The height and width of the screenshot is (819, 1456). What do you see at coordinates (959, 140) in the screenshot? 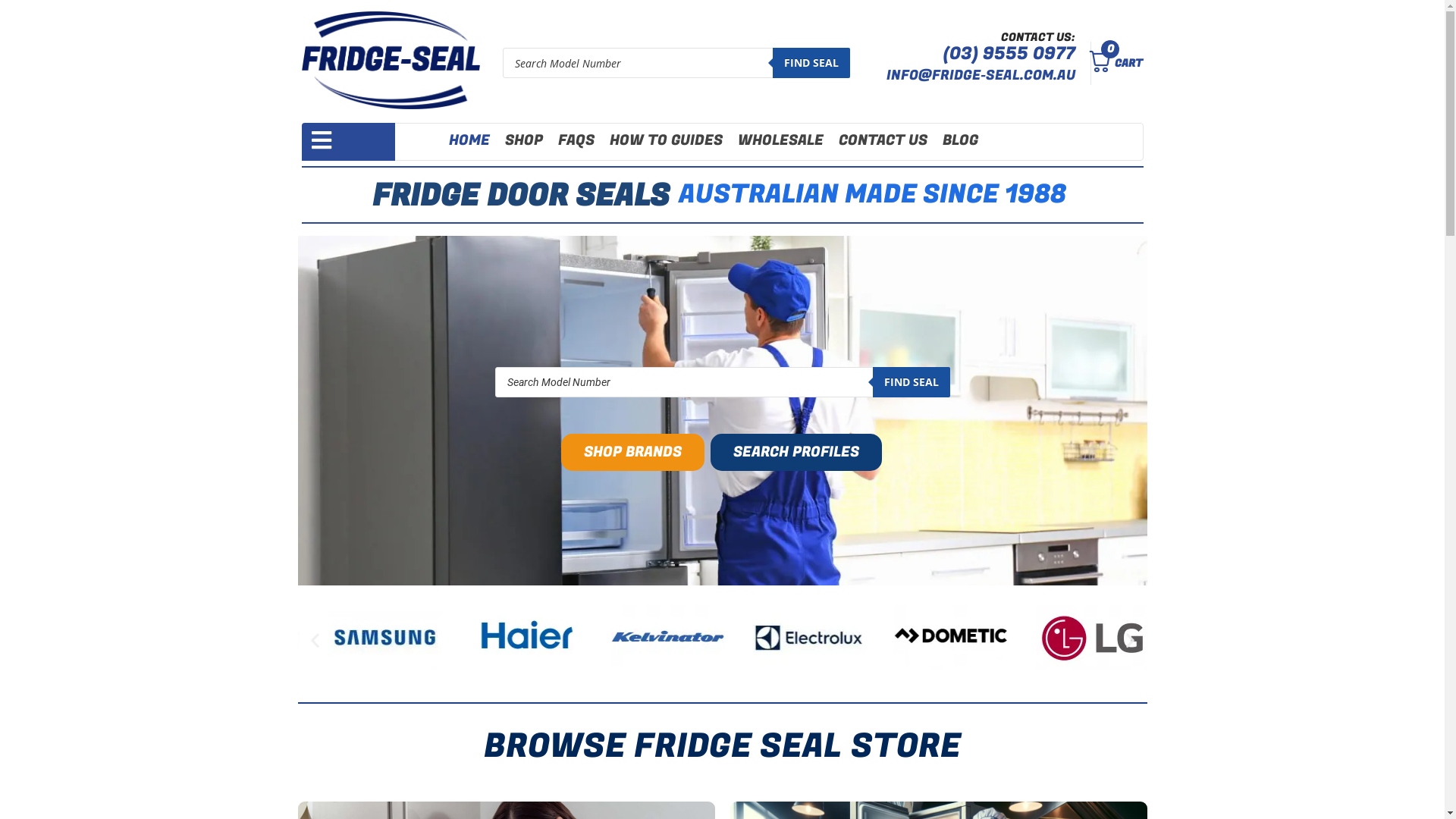
I see `'BLOG'` at bounding box center [959, 140].